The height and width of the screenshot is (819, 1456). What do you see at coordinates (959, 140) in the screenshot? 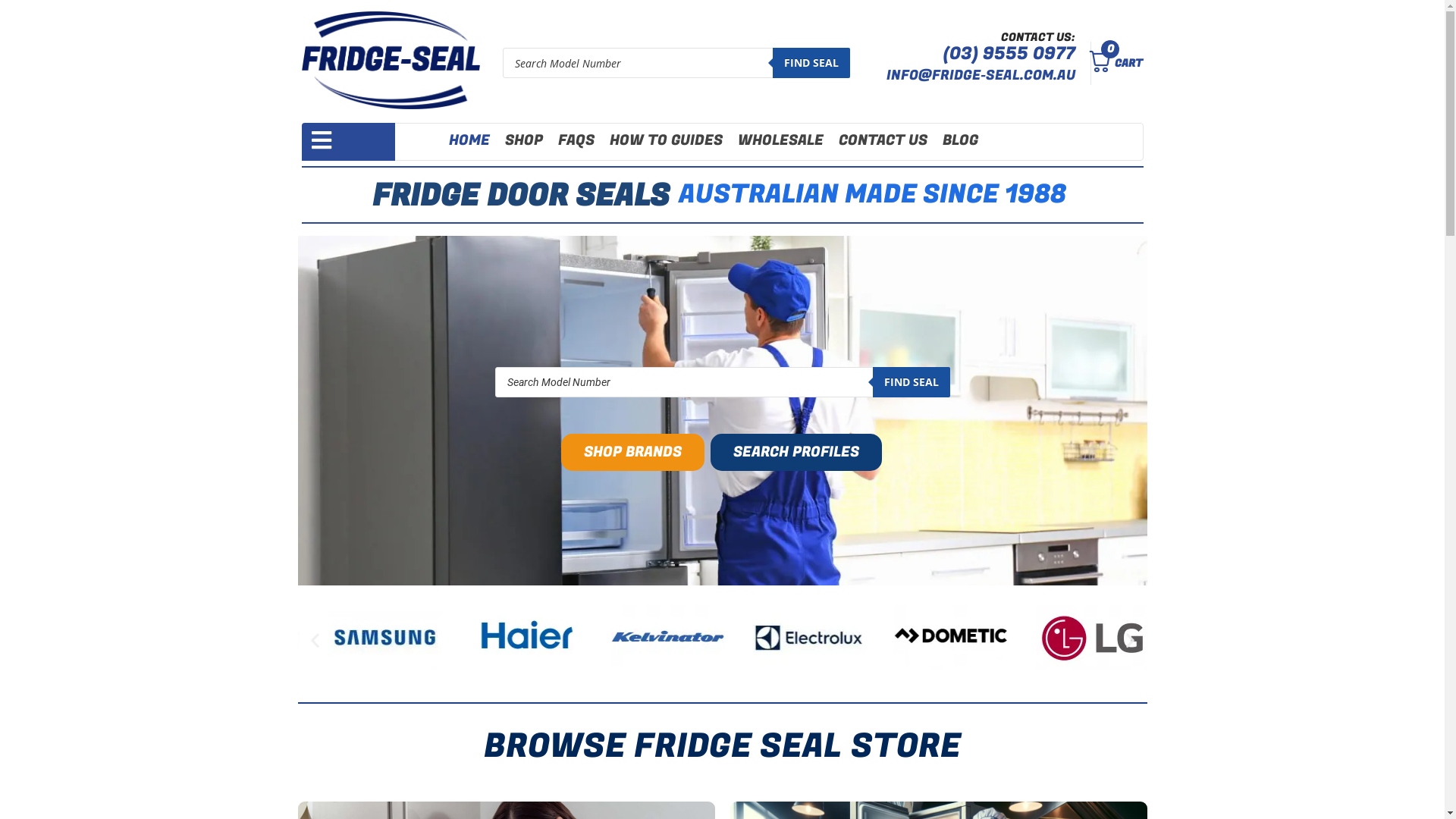
I see `'BLOG'` at bounding box center [959, 140].